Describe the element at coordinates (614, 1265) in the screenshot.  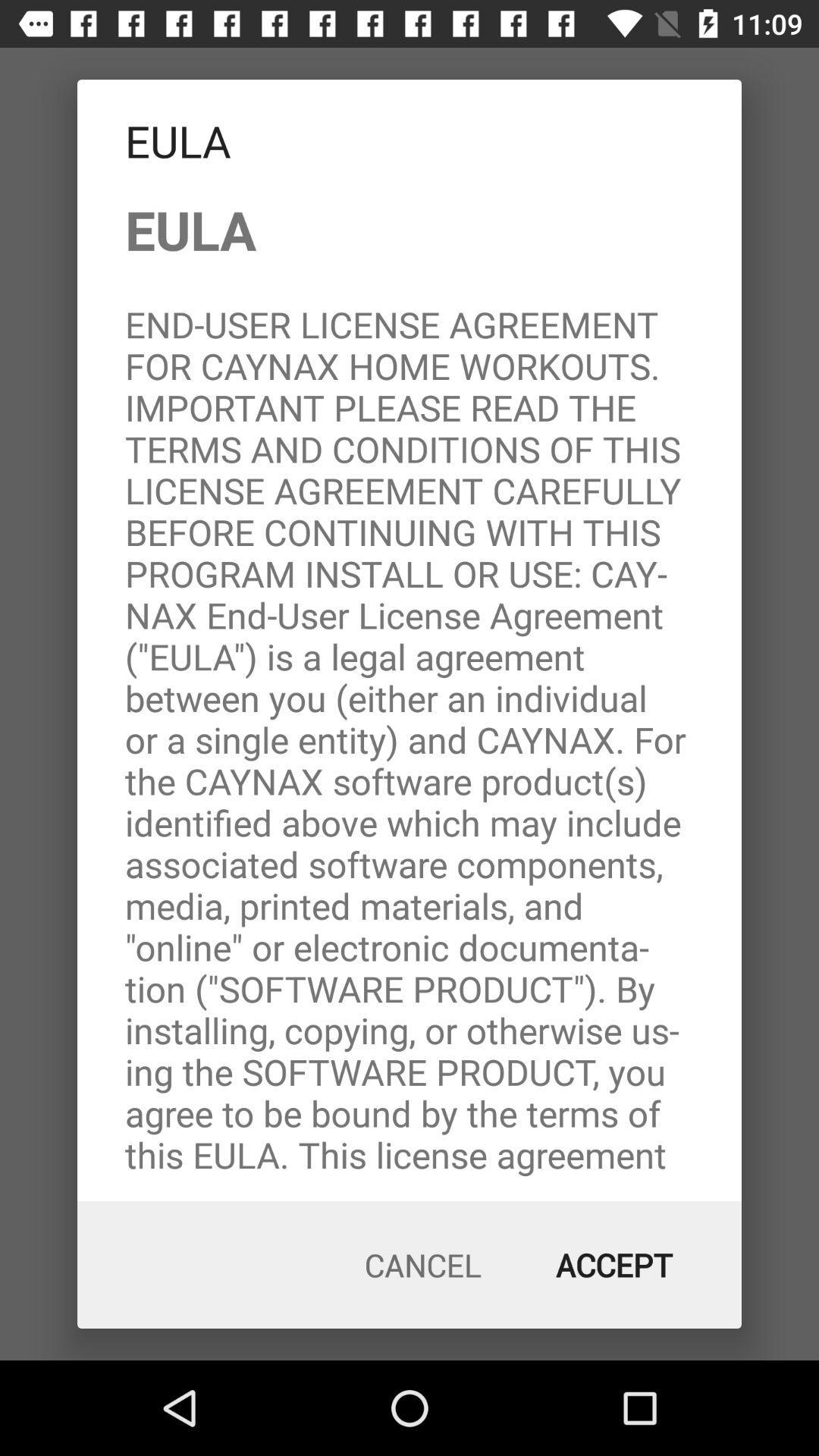
I see `item next to cancel` at that location.